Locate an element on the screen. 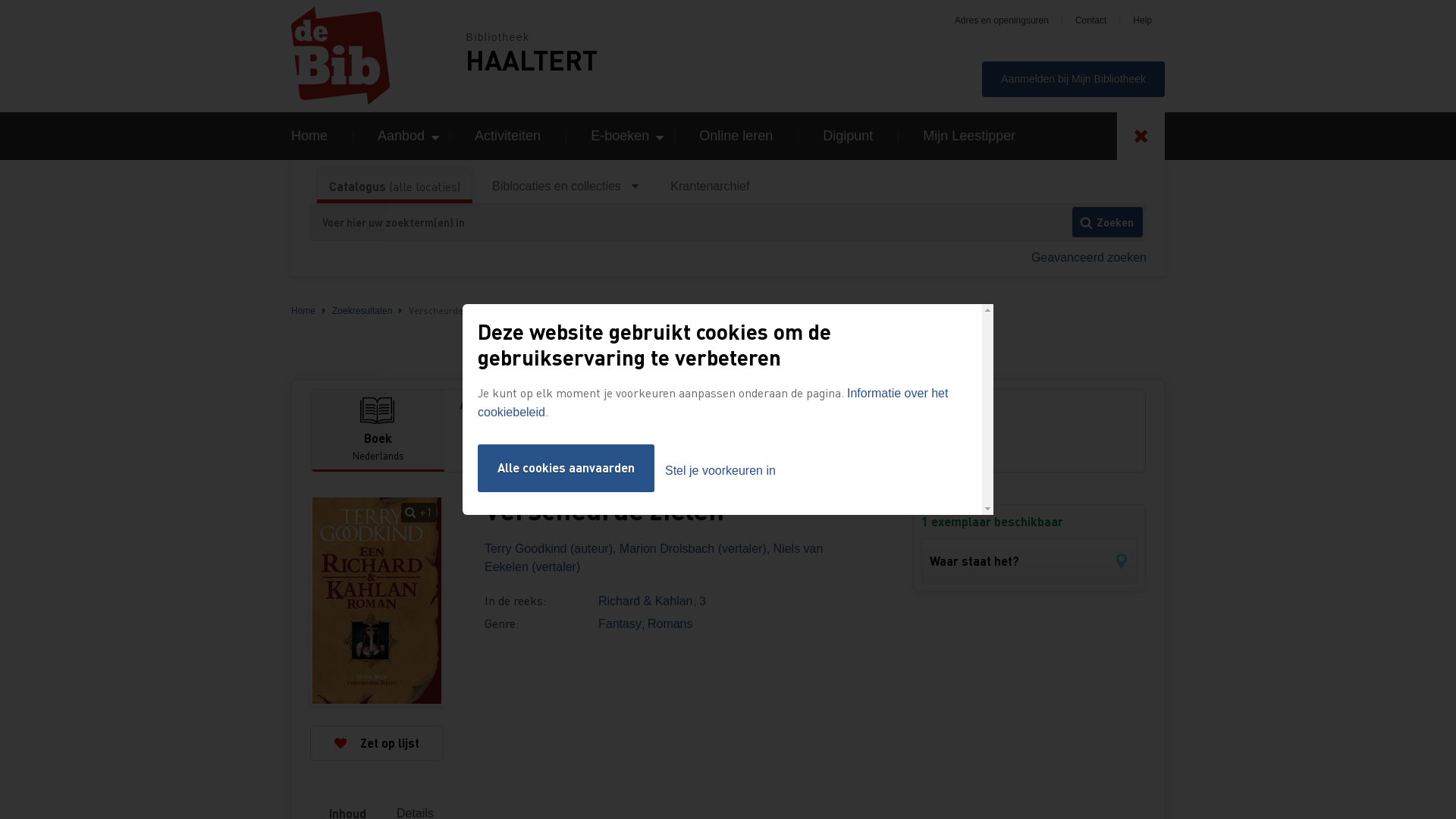 Image resolution: width=1456 pixels, height=819 pixels. 'E-boek' is located at coordinates (486, 442).